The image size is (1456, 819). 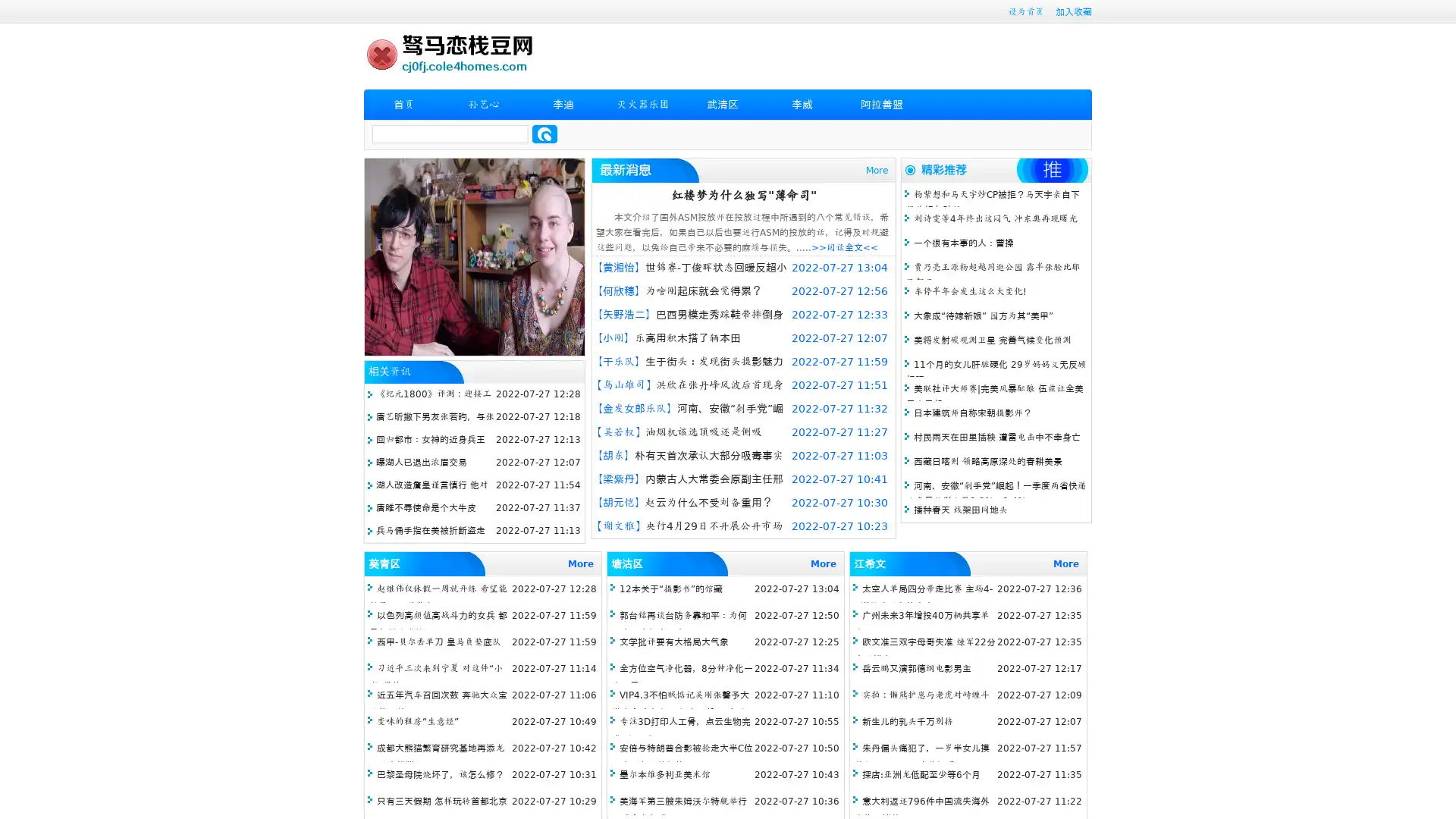 I want to click on Search, so click(x=544, y=133).